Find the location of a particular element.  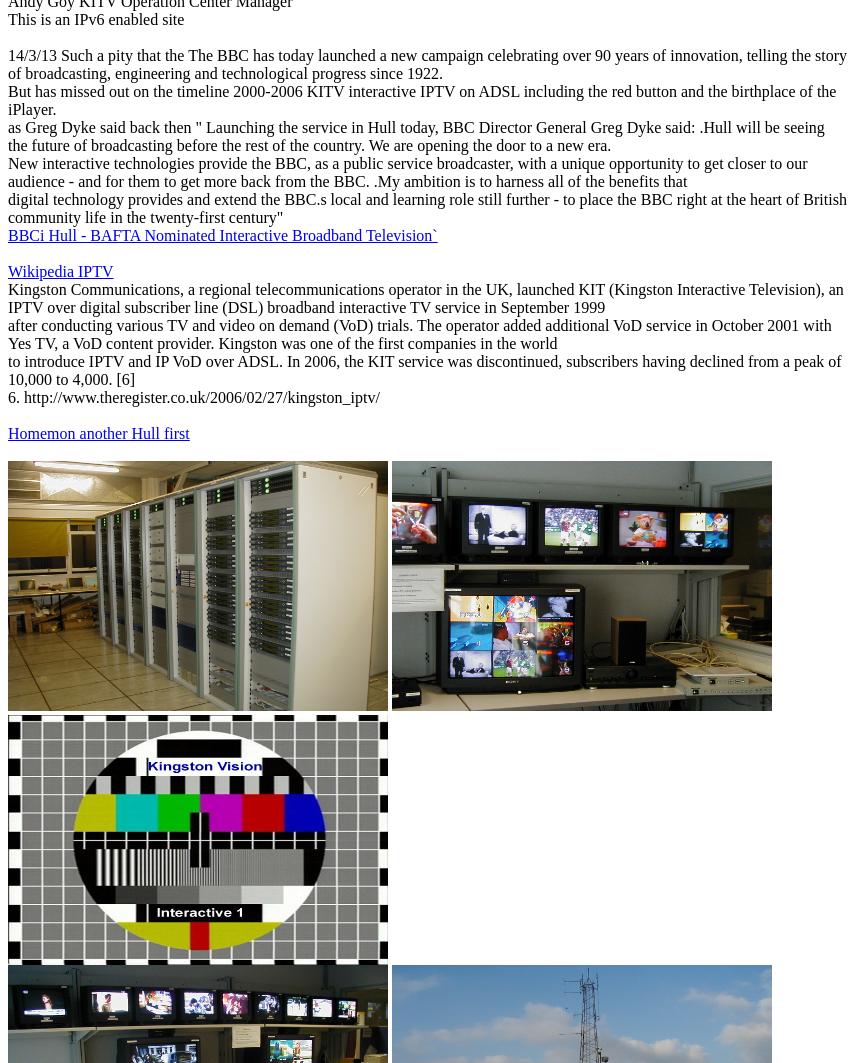

'Kingston Communications, a regional telecommunications operator in the UK, launched KIT (Kingston Interactive Television), an IPTV over digital subscriber line (DSL) broadband interactive TV service in September 1999' is located at coordinates (424, 297).